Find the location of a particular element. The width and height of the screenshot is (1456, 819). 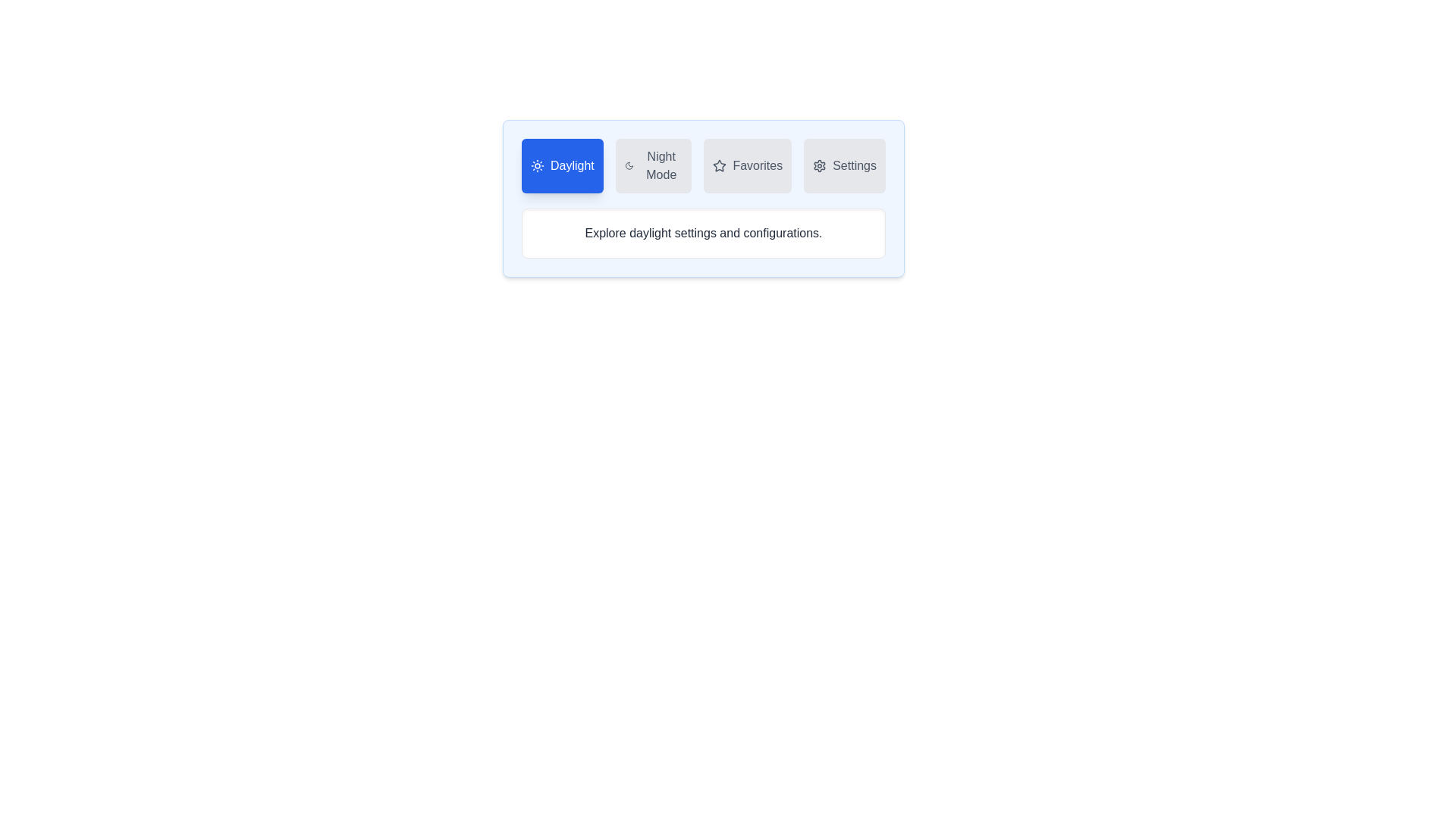

the Daylight tab to observe hover effects is located at coordinates (561, 166).